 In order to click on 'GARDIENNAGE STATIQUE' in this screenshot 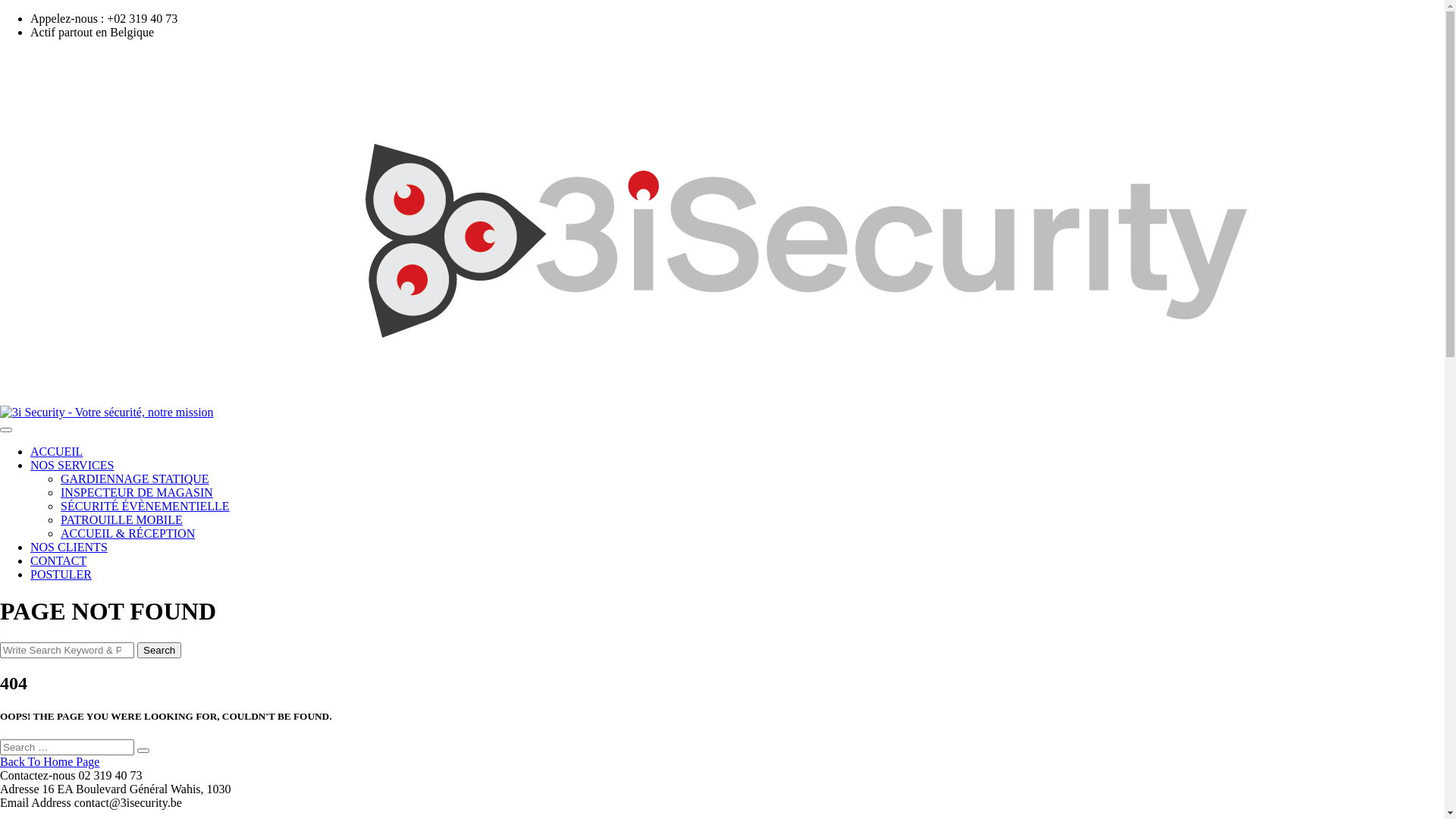, I will do `click(134, 479)`.